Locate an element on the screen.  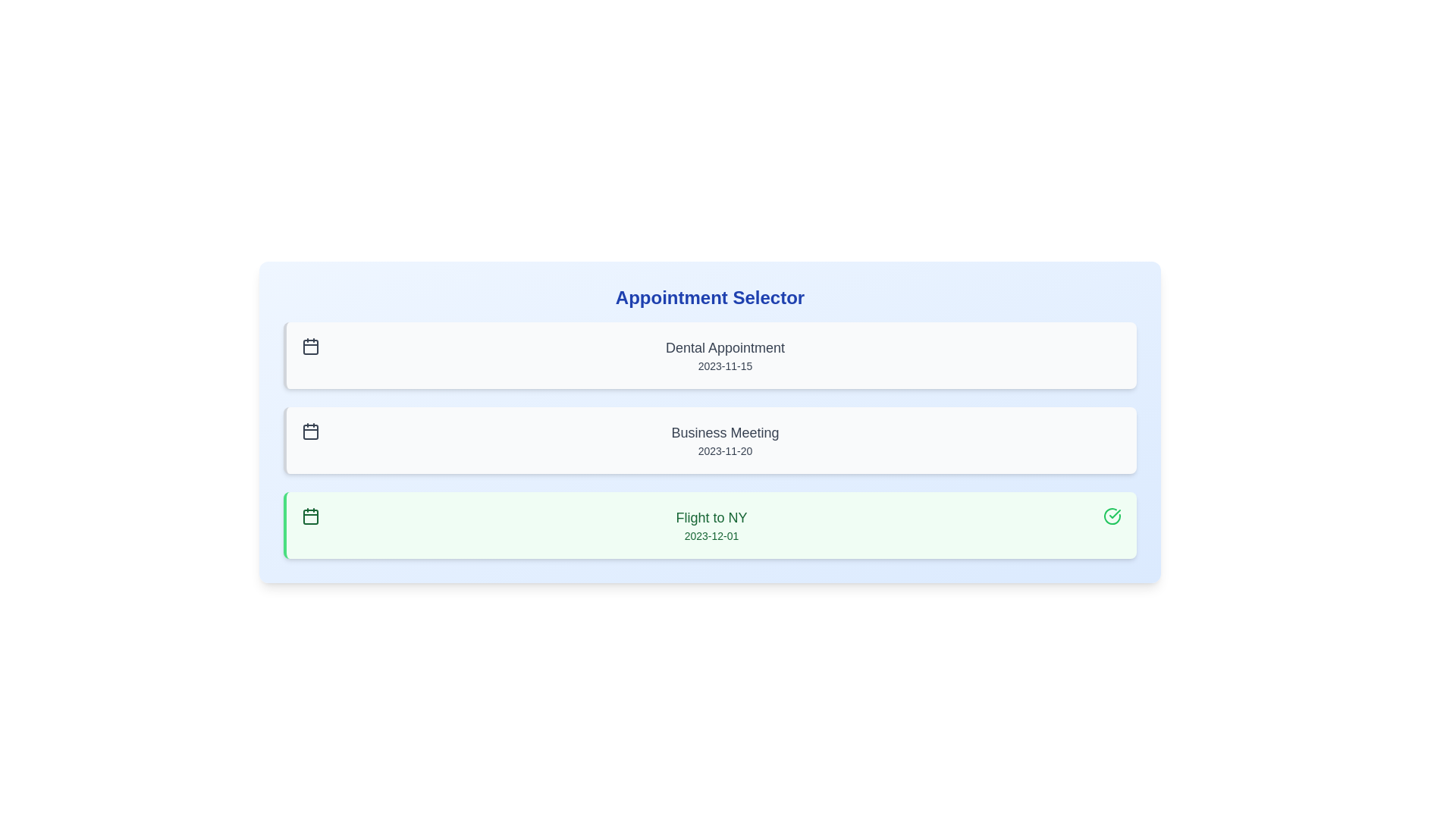
the appointment with description 'Business Meeting' is located at coordinates (709, 441).